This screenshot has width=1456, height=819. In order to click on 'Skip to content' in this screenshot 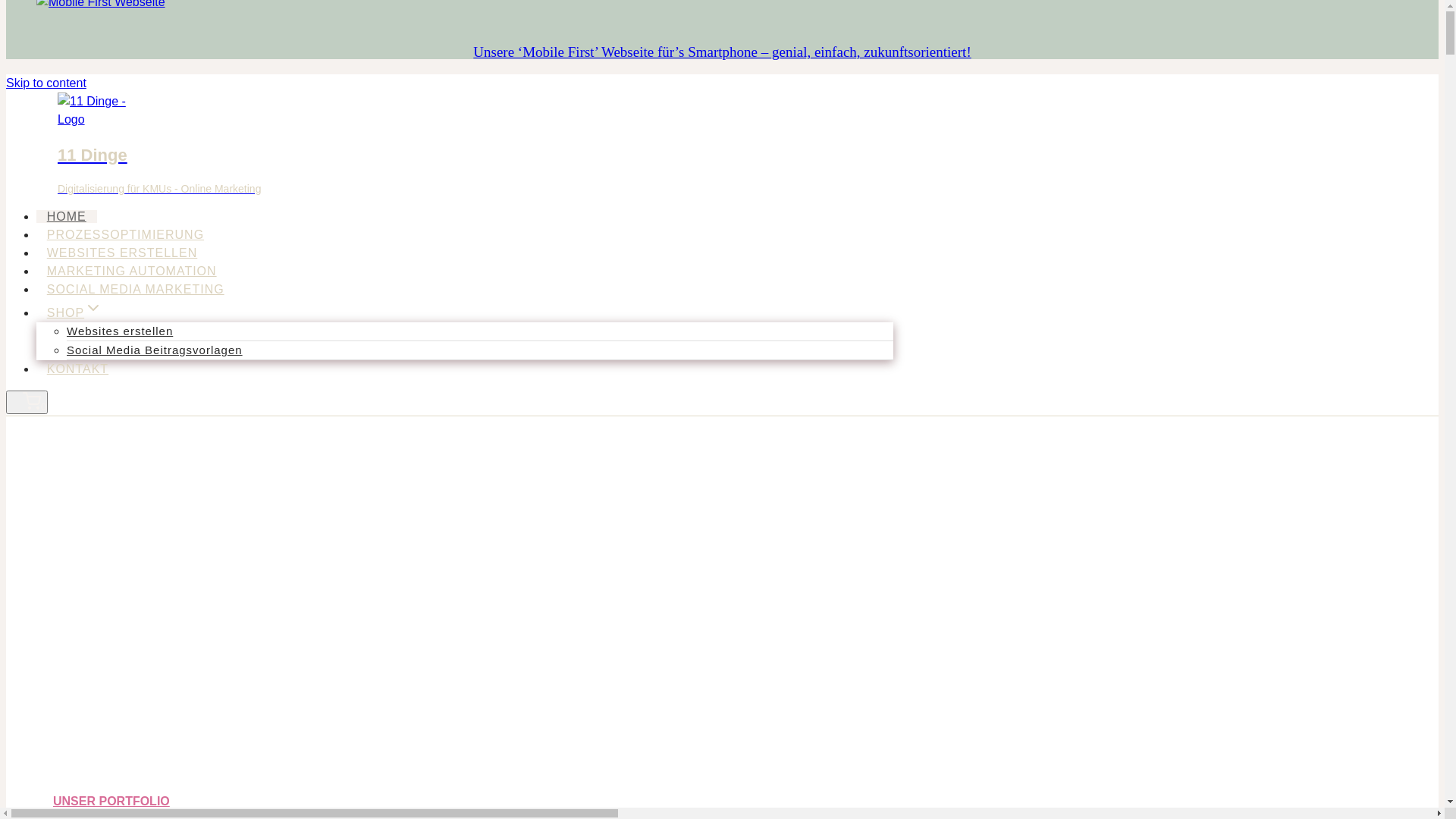, I will do `click(46, 83)`.